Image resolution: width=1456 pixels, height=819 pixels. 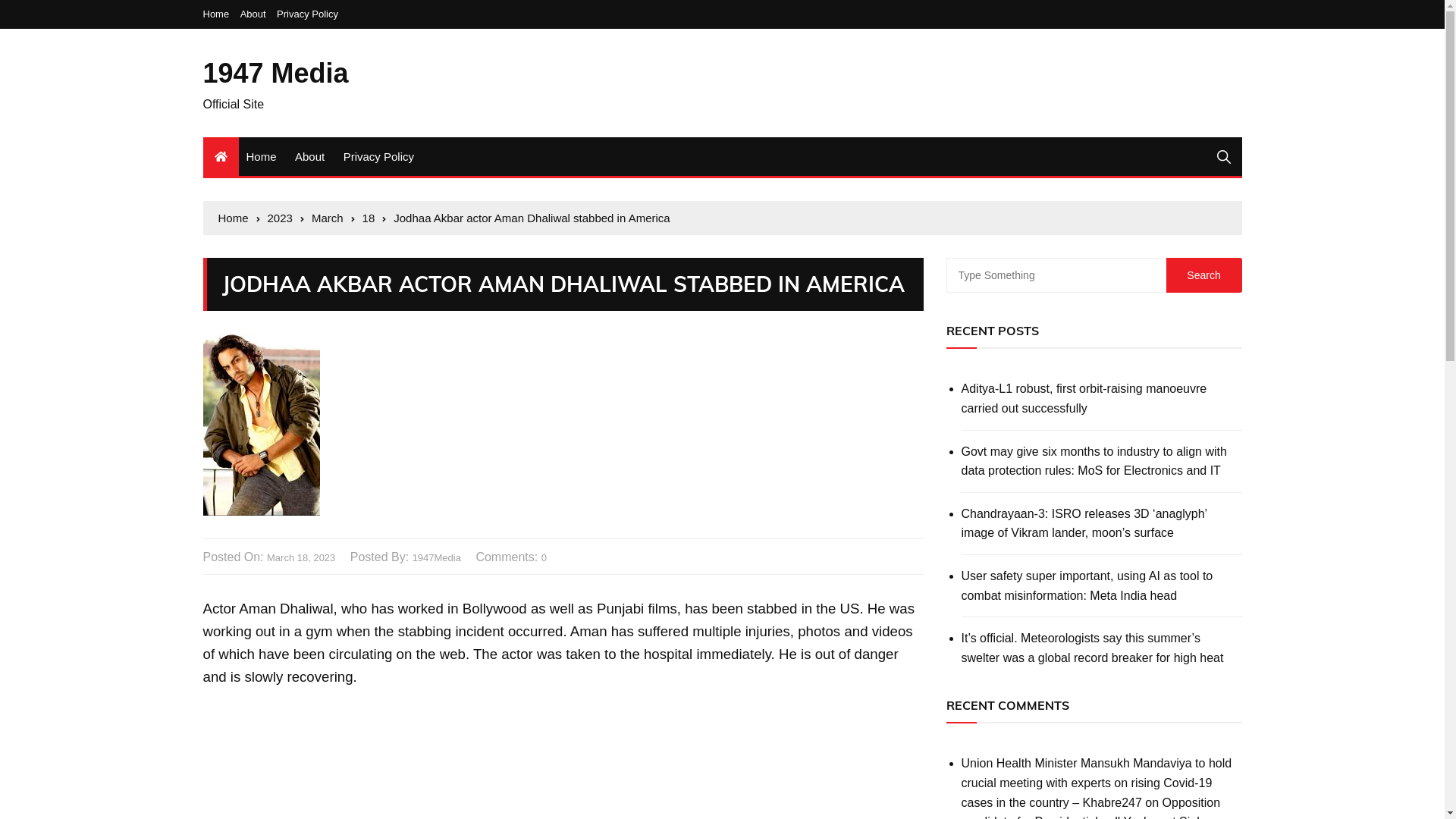 What do you see at coordinates (257, 14) in the screenshot?
I see `'About'` at bounding box center [257, 14].